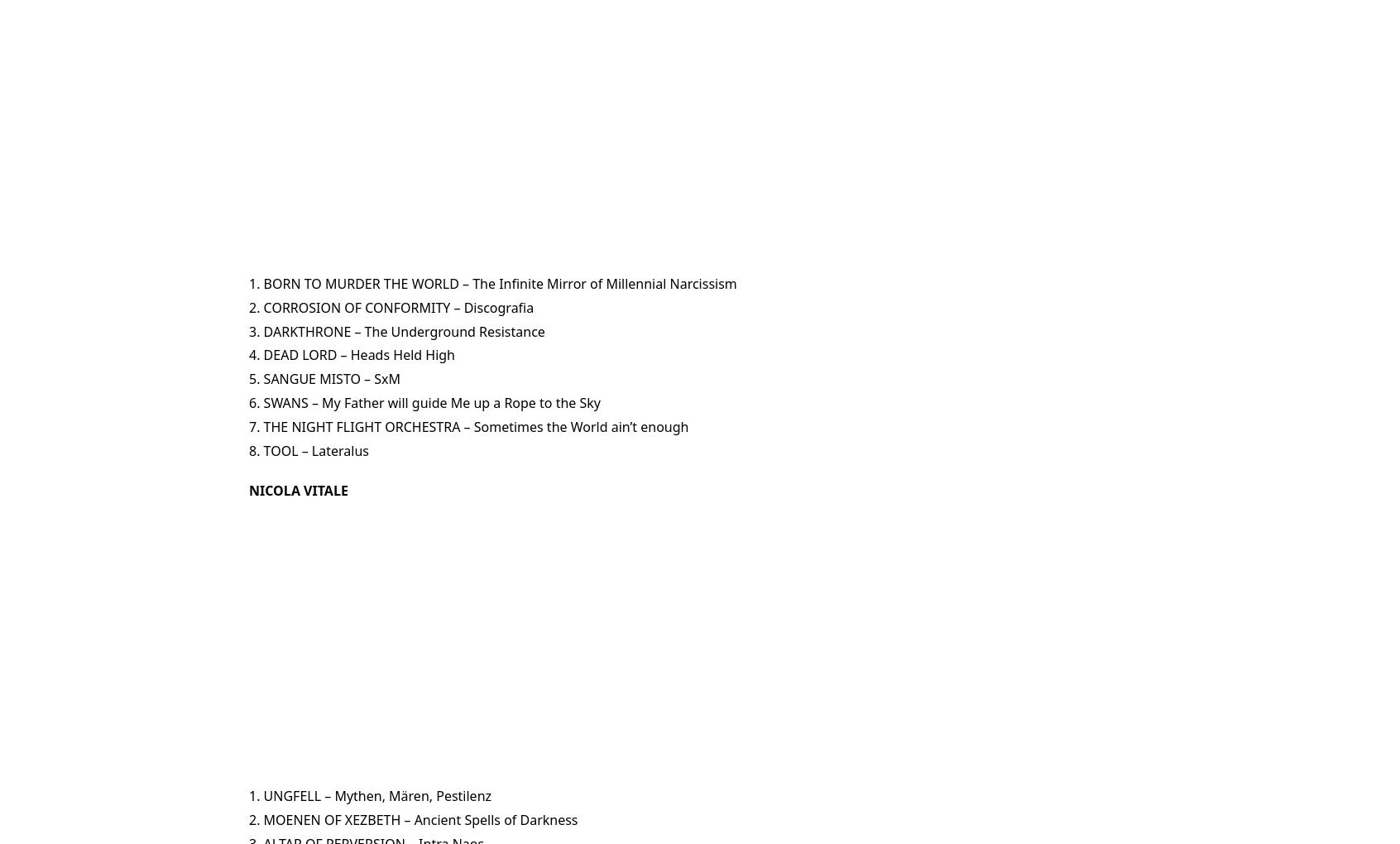 The image size is (1400, 844). I want to click on '5. SANGUE MISTO – SxM', so click(324, 377).